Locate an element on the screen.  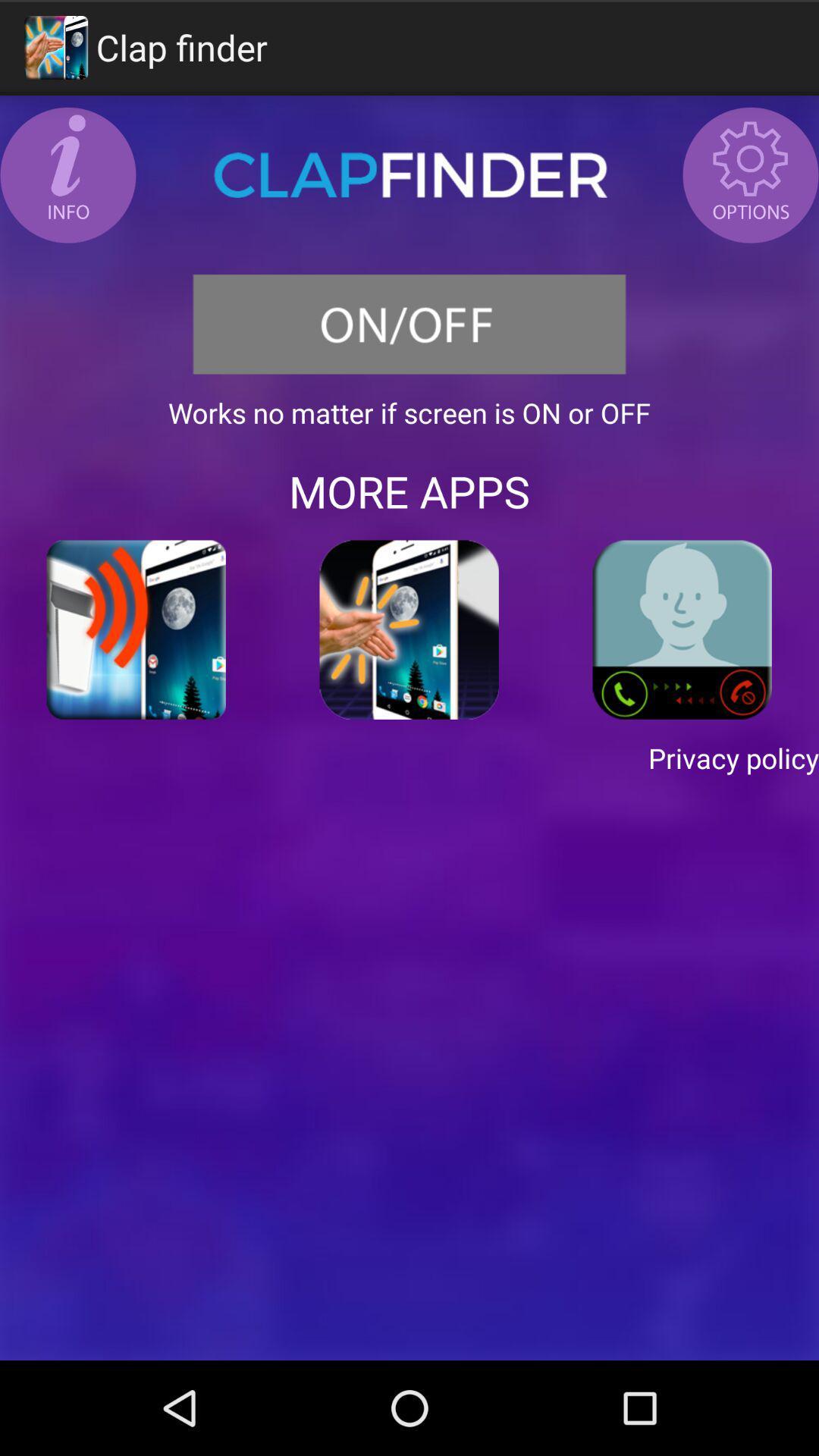
item above the privacy policy item is located at coordinates (136, 629).